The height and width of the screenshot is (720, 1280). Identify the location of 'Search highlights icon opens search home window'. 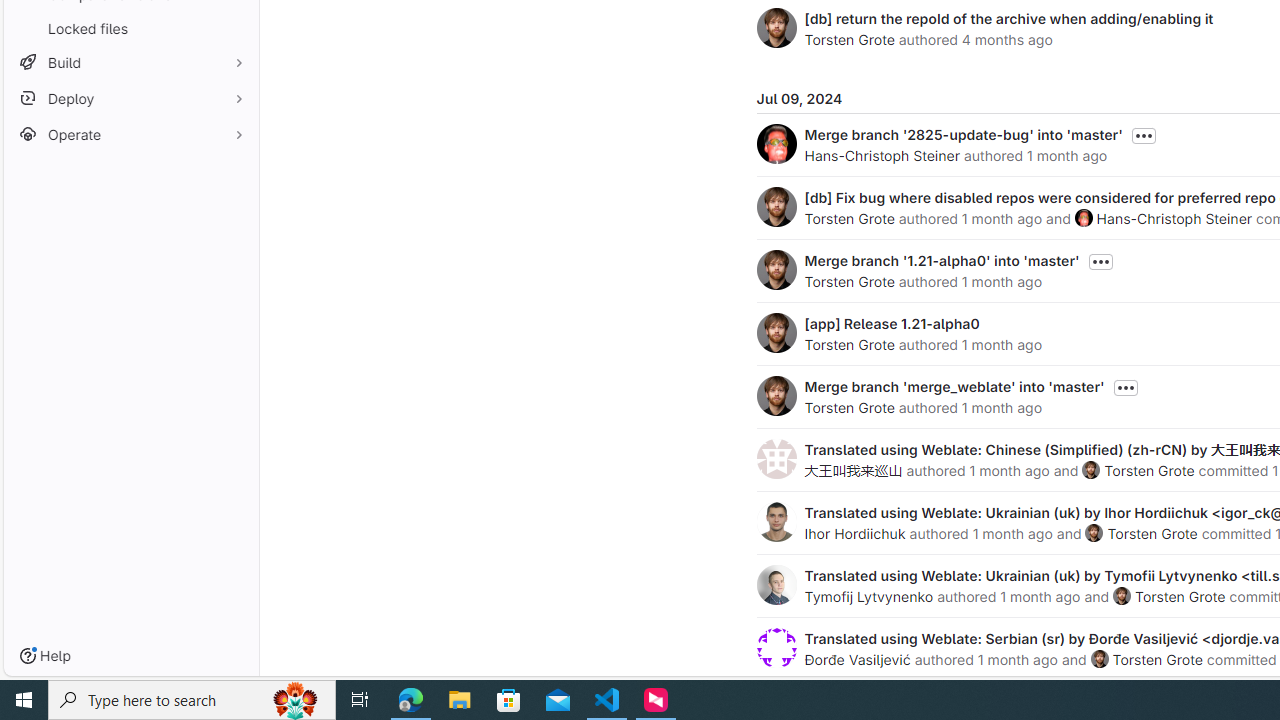
(294, 698).